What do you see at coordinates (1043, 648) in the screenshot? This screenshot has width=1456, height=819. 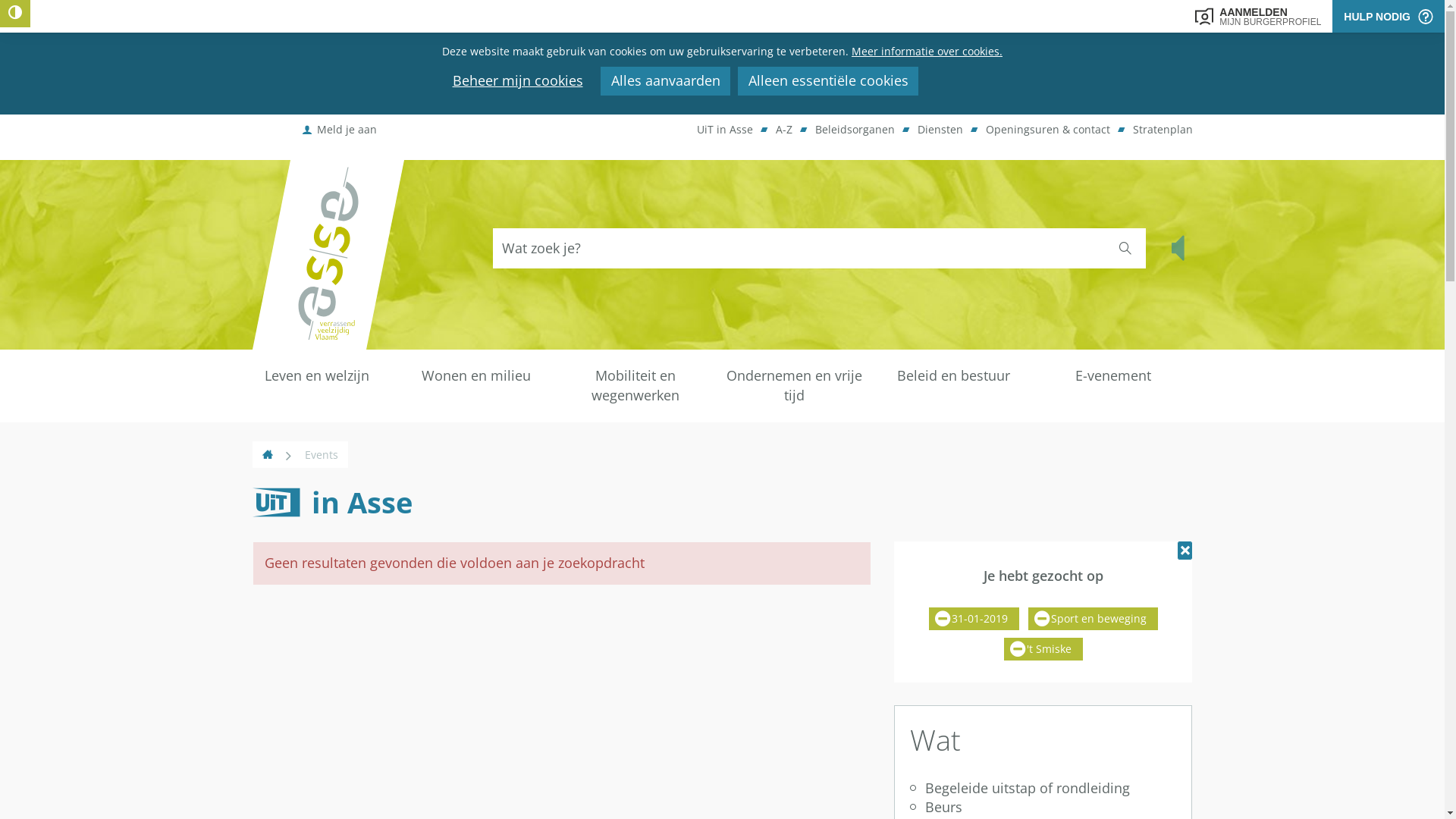 I see `''t Smiske'` at bounding box center [1043, 648].